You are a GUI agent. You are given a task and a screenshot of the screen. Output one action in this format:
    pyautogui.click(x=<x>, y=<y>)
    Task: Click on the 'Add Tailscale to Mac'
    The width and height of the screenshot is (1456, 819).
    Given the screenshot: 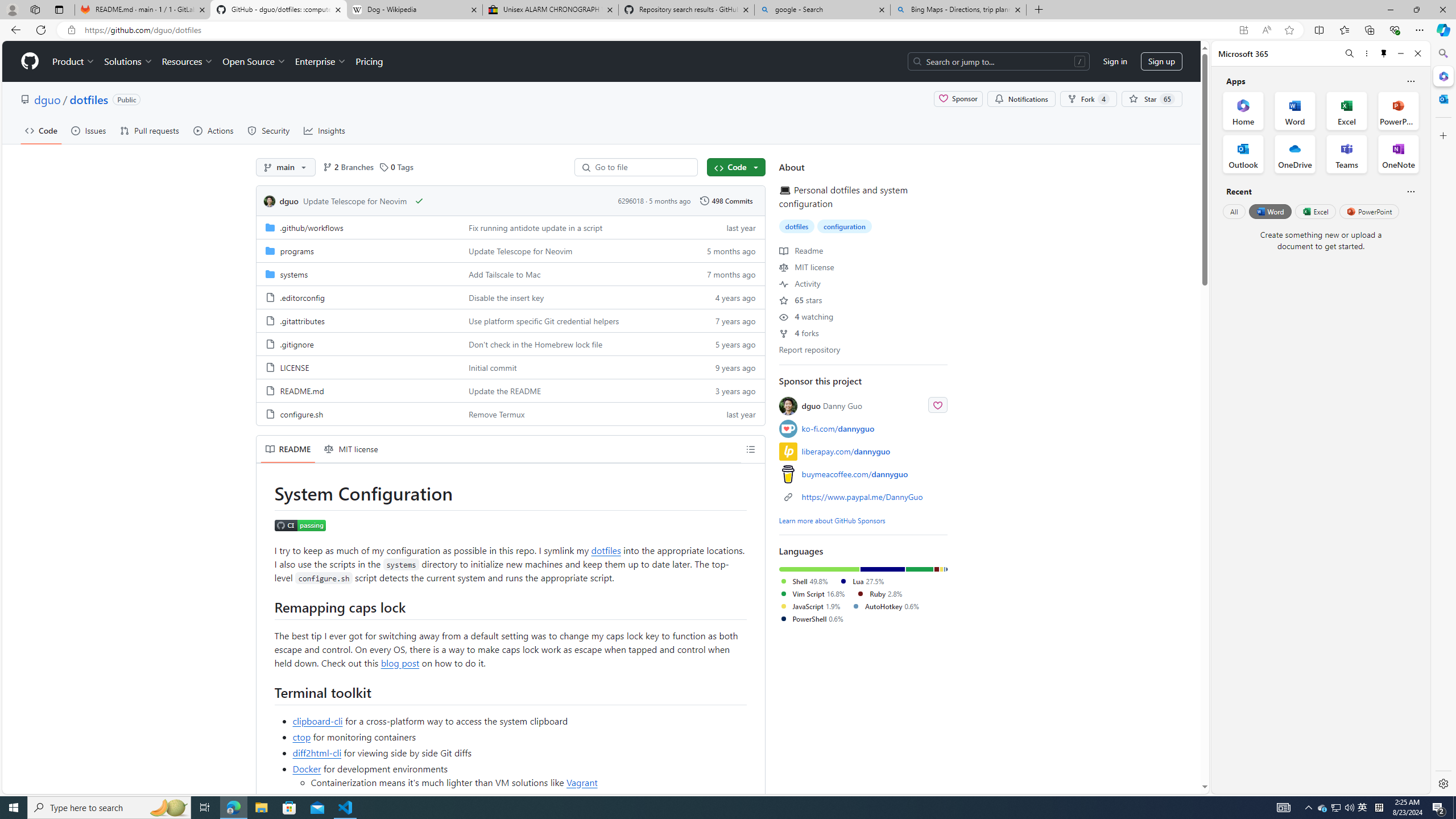 What is the action you would take?
    pyautogui.click(x=504, y=274)
    